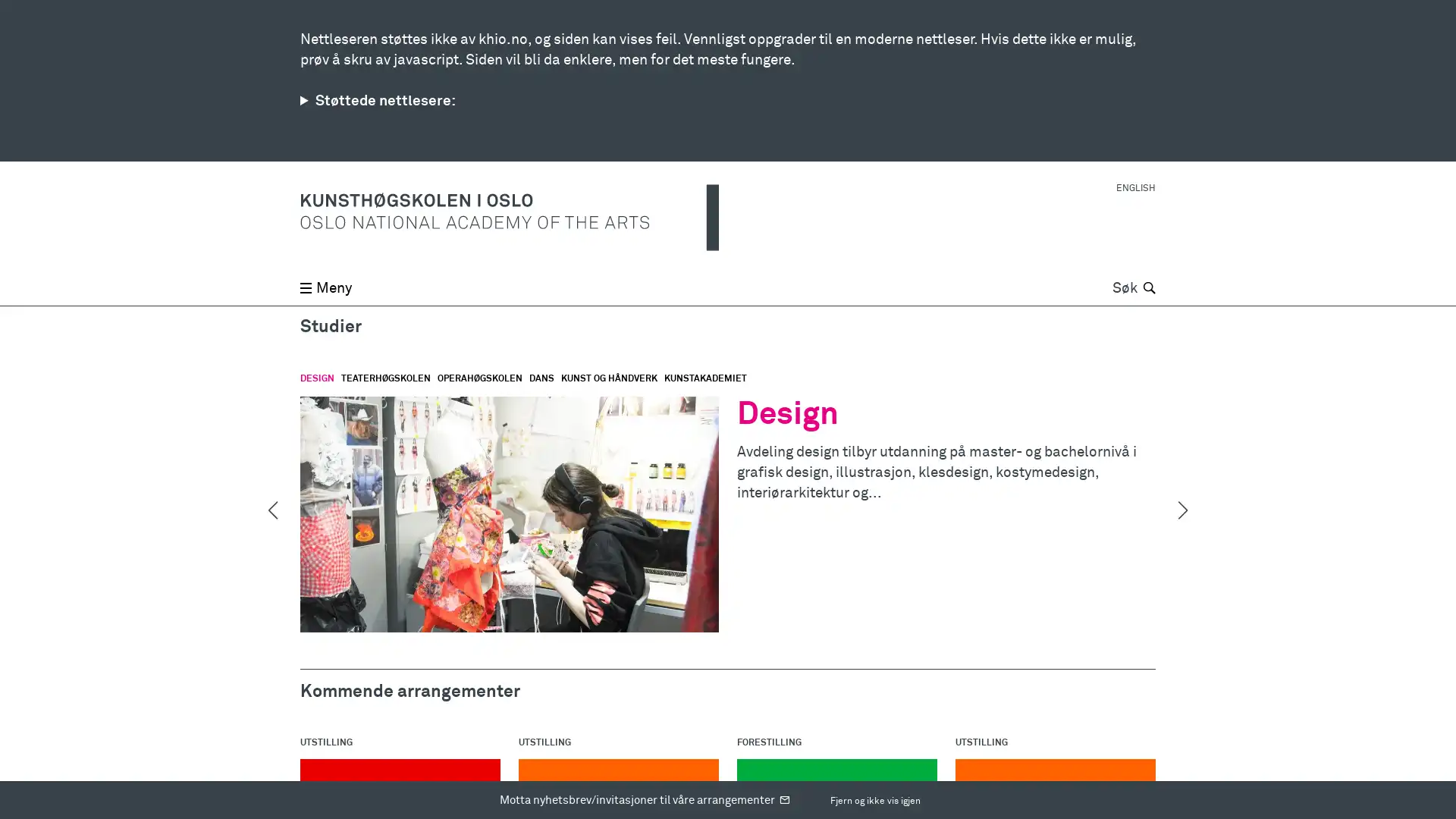 The height and width of the screenshot is (819, 1456). What do you see at coordinates (704, 379) in the screenshot?
I see `KUNSTAKADEMIET` at bounding box center [704, 379].